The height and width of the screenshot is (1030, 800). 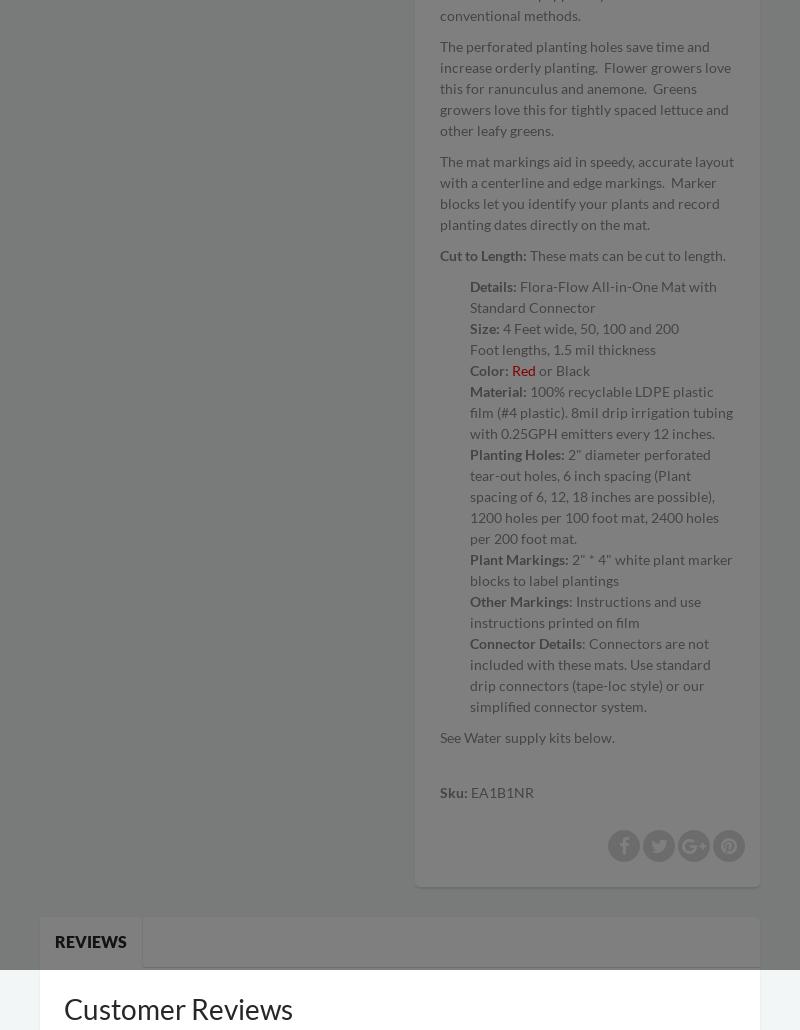 I want to click on 'Sku:', so click(x=454, y=791).